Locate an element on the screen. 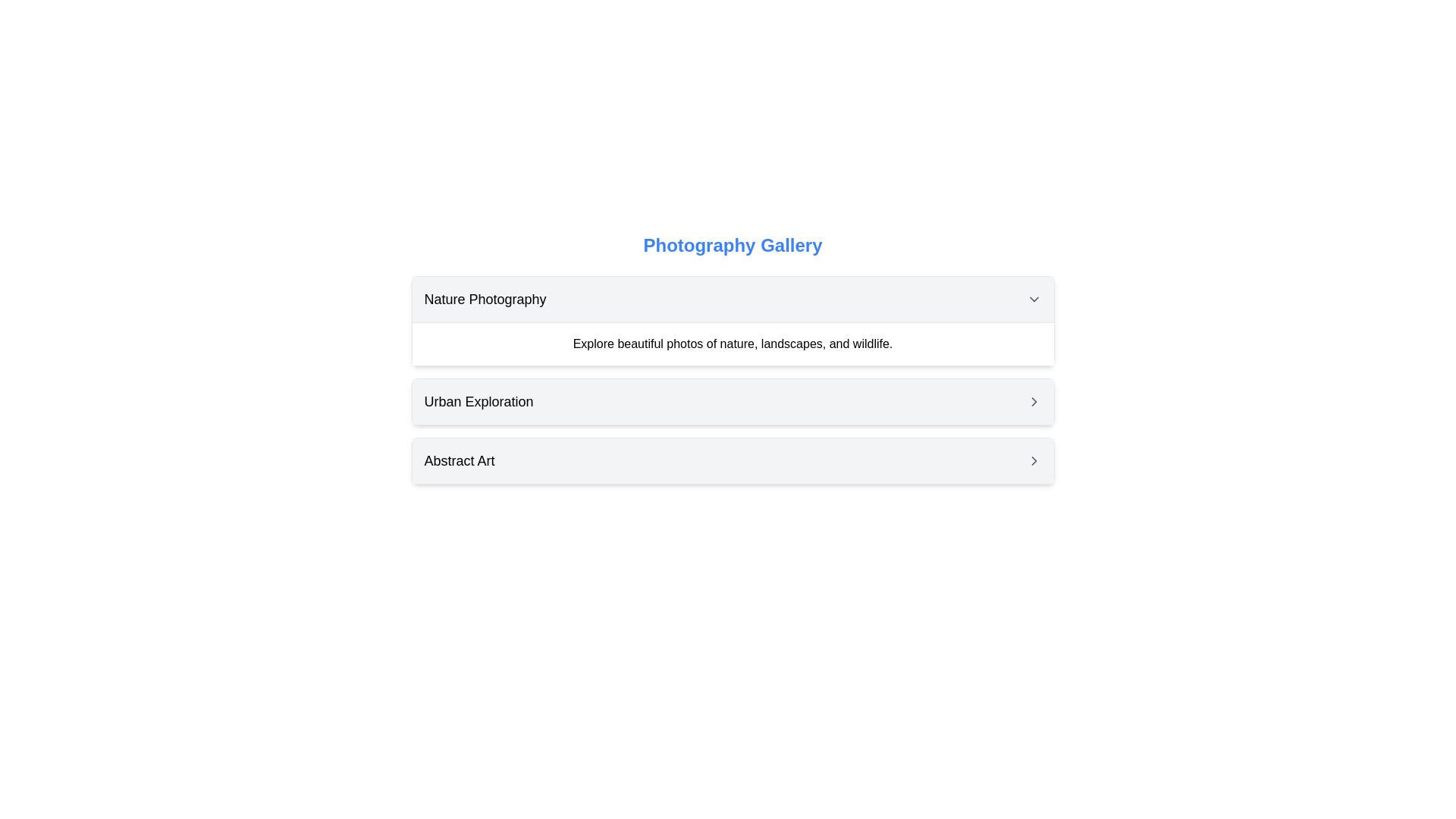 This screenshot has width=1456, height=819. the 'Urban Exploration' button for keyboard interaction is located at coordinates (733, 400).